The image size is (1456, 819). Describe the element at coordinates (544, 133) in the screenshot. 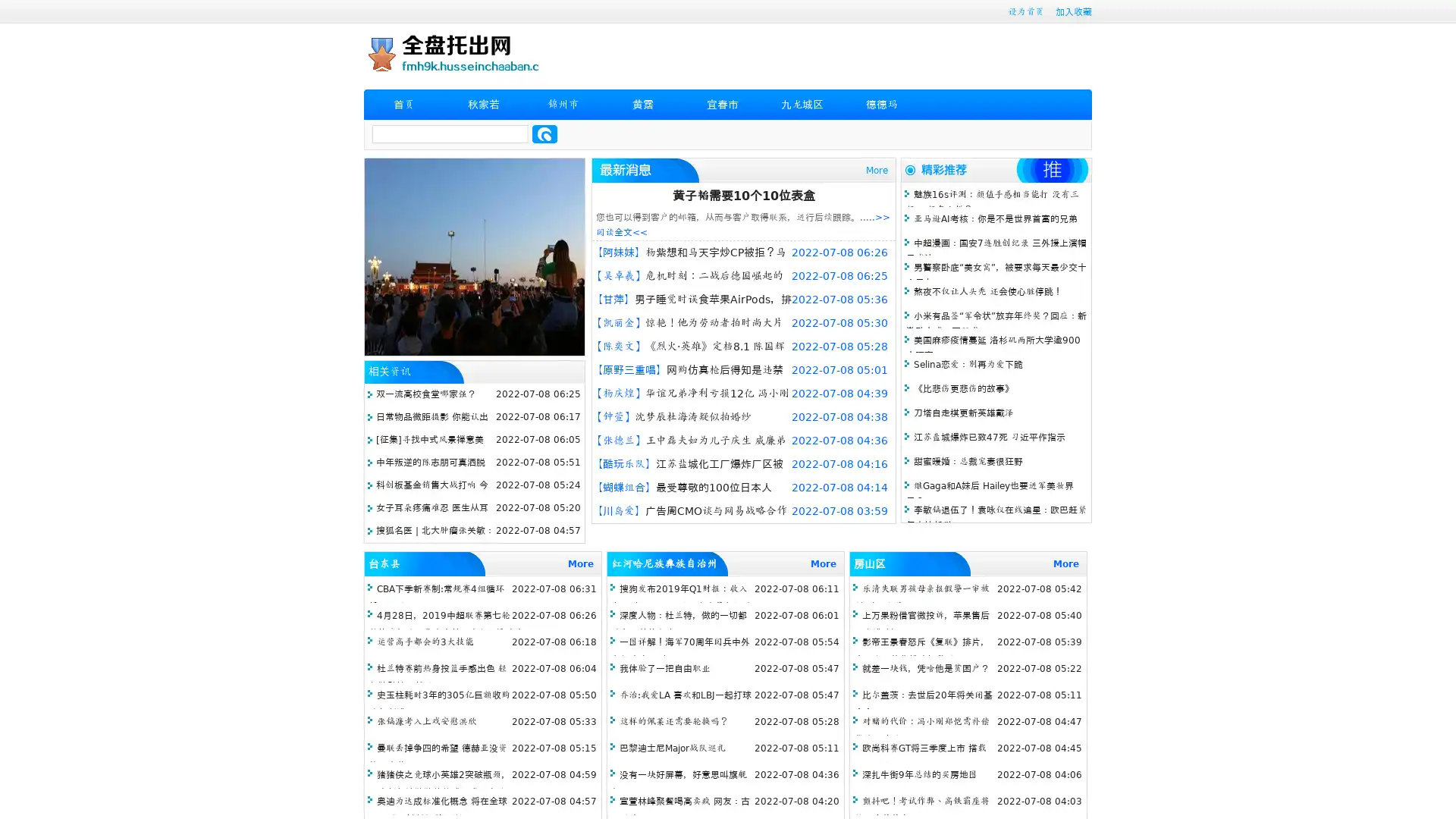

I see `Search` at that location.